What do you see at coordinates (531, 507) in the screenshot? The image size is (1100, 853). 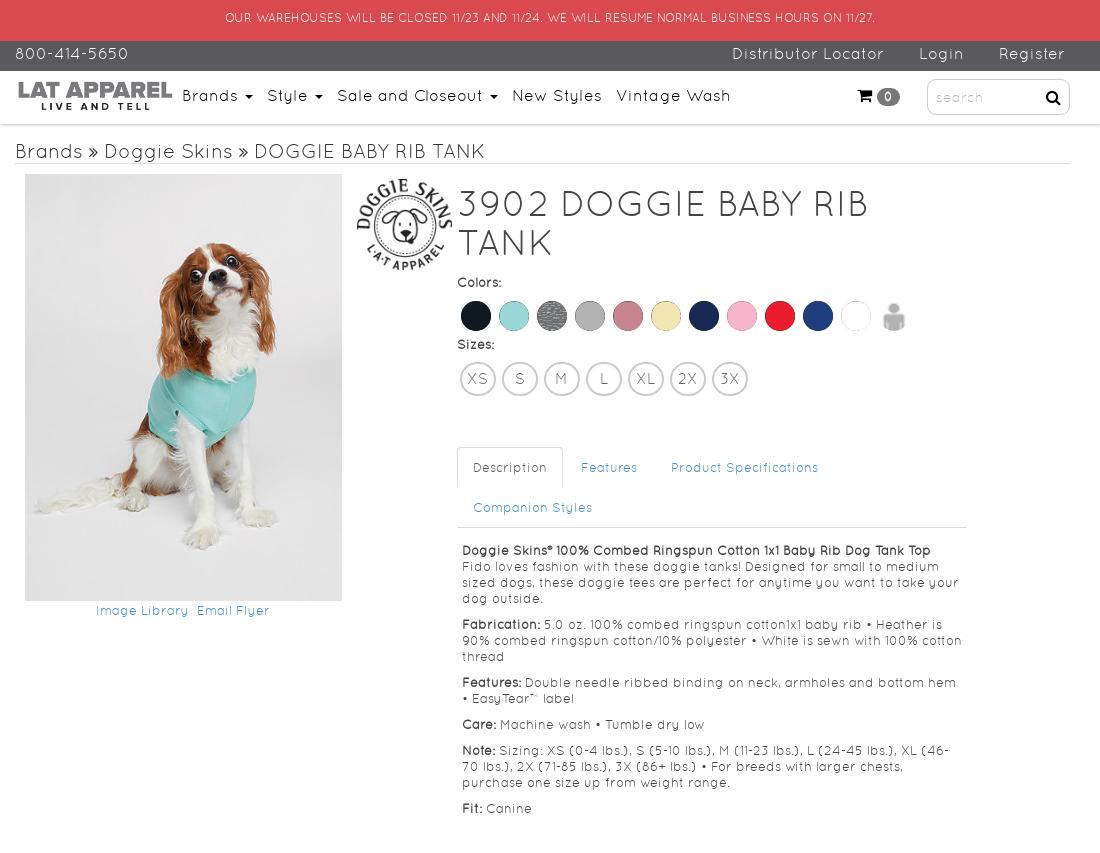 I see `'Companion Styles'` at bounding box center [531, 507].